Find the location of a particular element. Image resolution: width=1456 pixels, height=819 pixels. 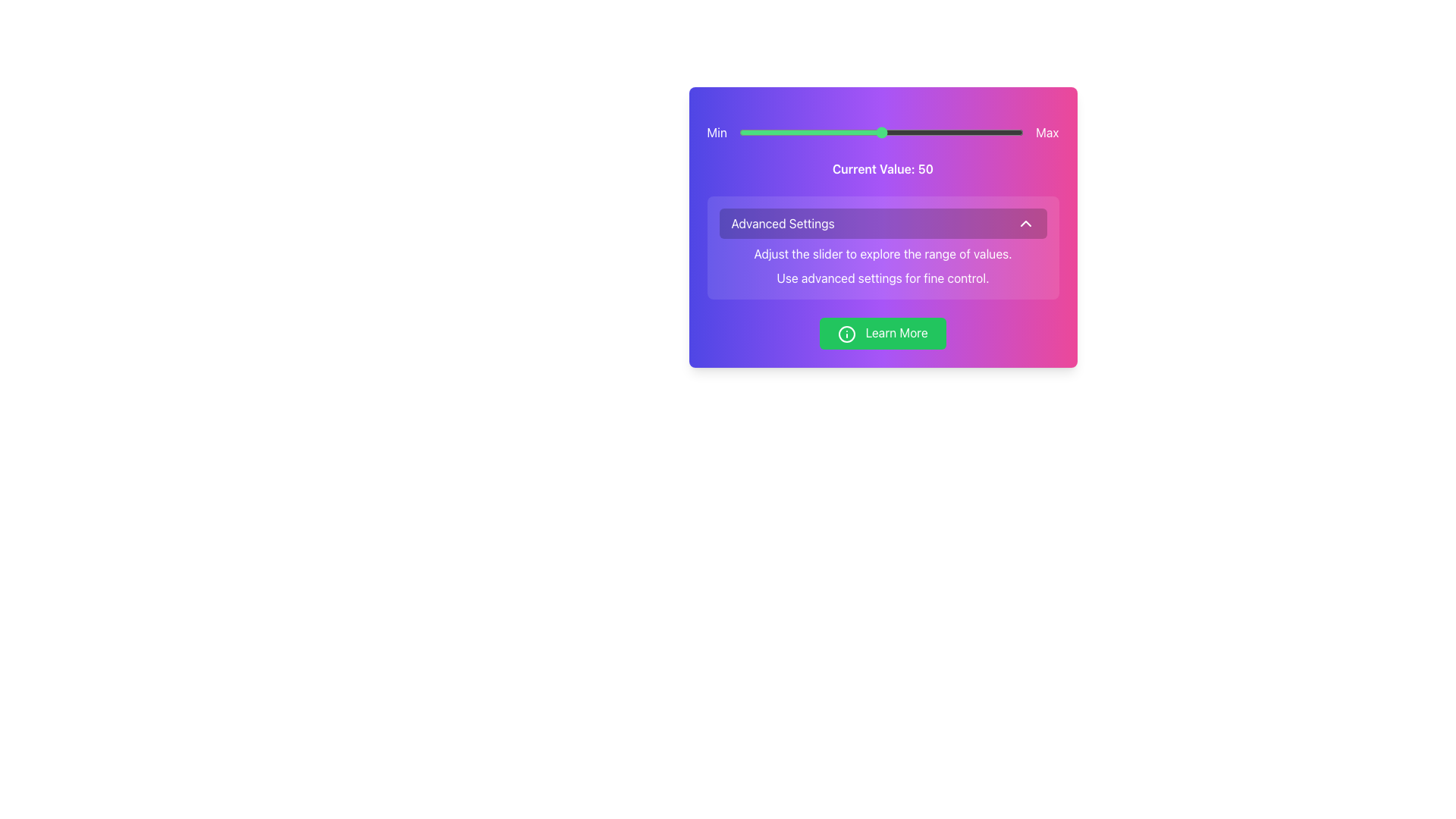

the value of the slider is located at coordinates (748, 131).